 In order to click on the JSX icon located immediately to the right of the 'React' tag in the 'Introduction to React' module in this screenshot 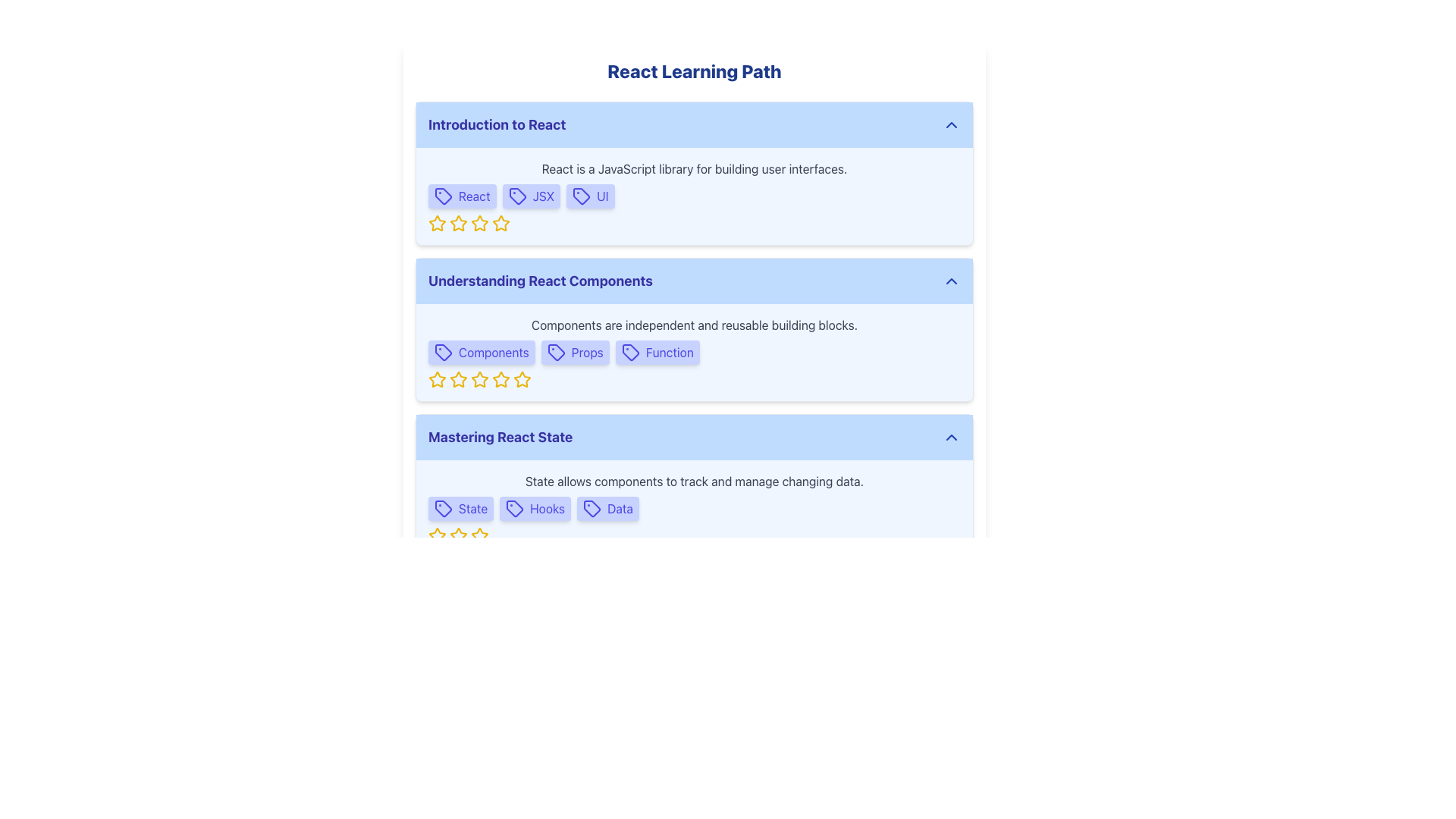, I will do `click(517, 195)`.